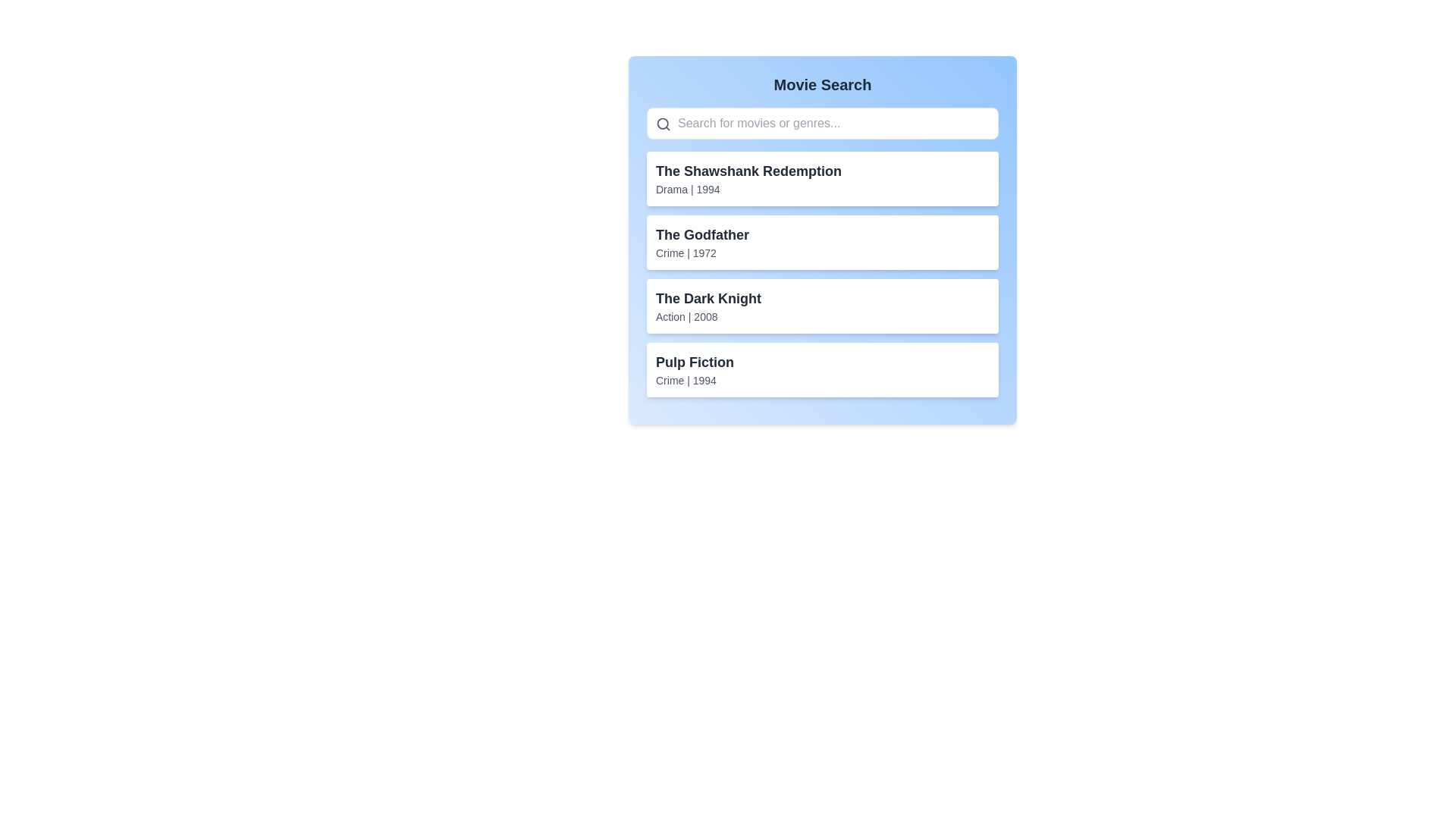 This screenshot has width=1456, height=819. What do you see at coordinates (821, 239) in the screenshot?
I see `the movie selection option titled 'The Godfather' in the vertical list under 'Movie Search'` at bounding box center [821, 239].